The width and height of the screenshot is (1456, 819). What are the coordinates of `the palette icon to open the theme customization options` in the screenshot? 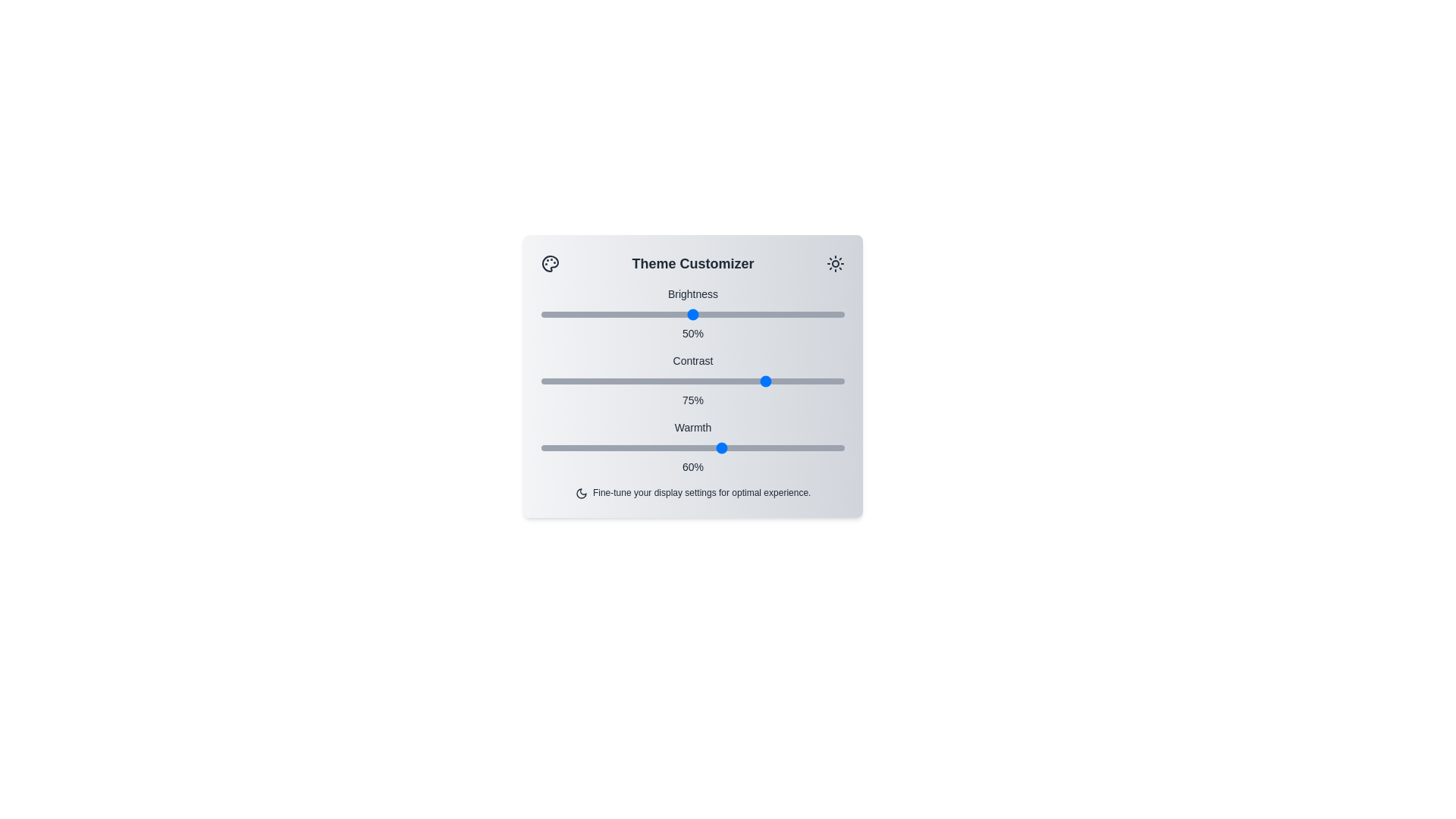 It's located at (549, 262).